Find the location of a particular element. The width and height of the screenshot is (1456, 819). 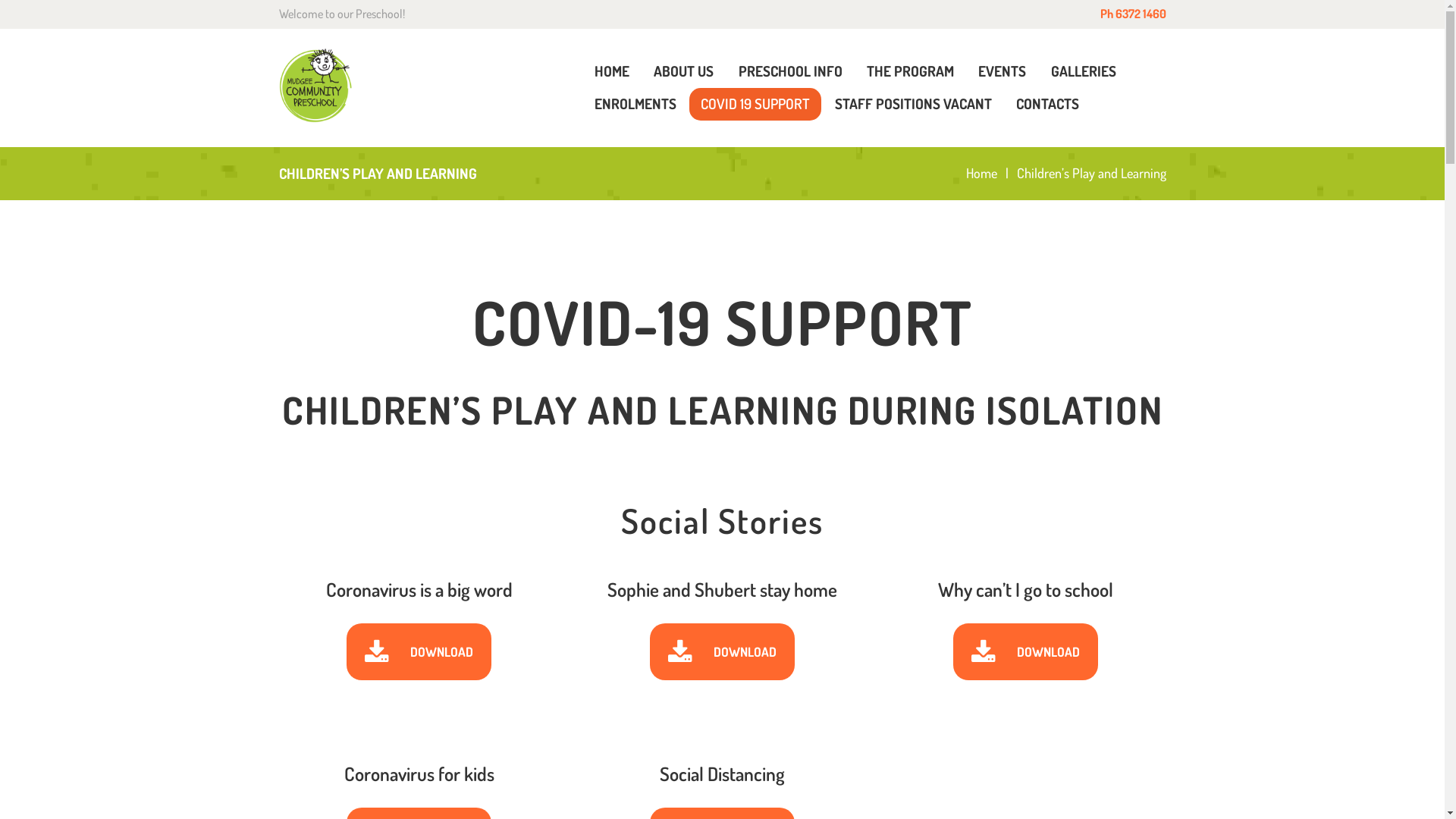

'DOWNLOAD' is located at coordinates (419, 651).